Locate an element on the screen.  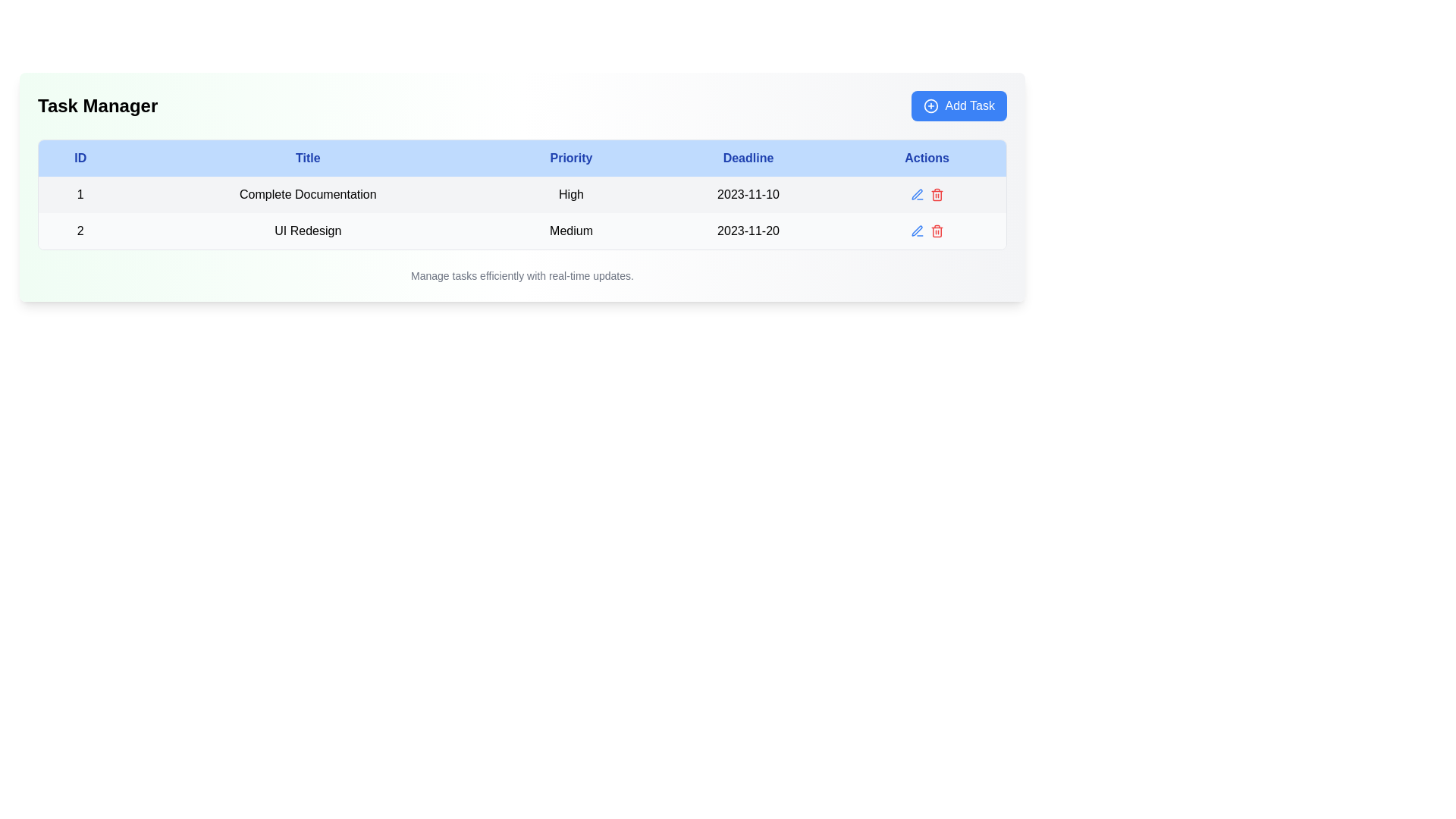
the outer circle of the 'Add Task' button located at the top right corner of the task manager interface is located at coordinates (930, 105).